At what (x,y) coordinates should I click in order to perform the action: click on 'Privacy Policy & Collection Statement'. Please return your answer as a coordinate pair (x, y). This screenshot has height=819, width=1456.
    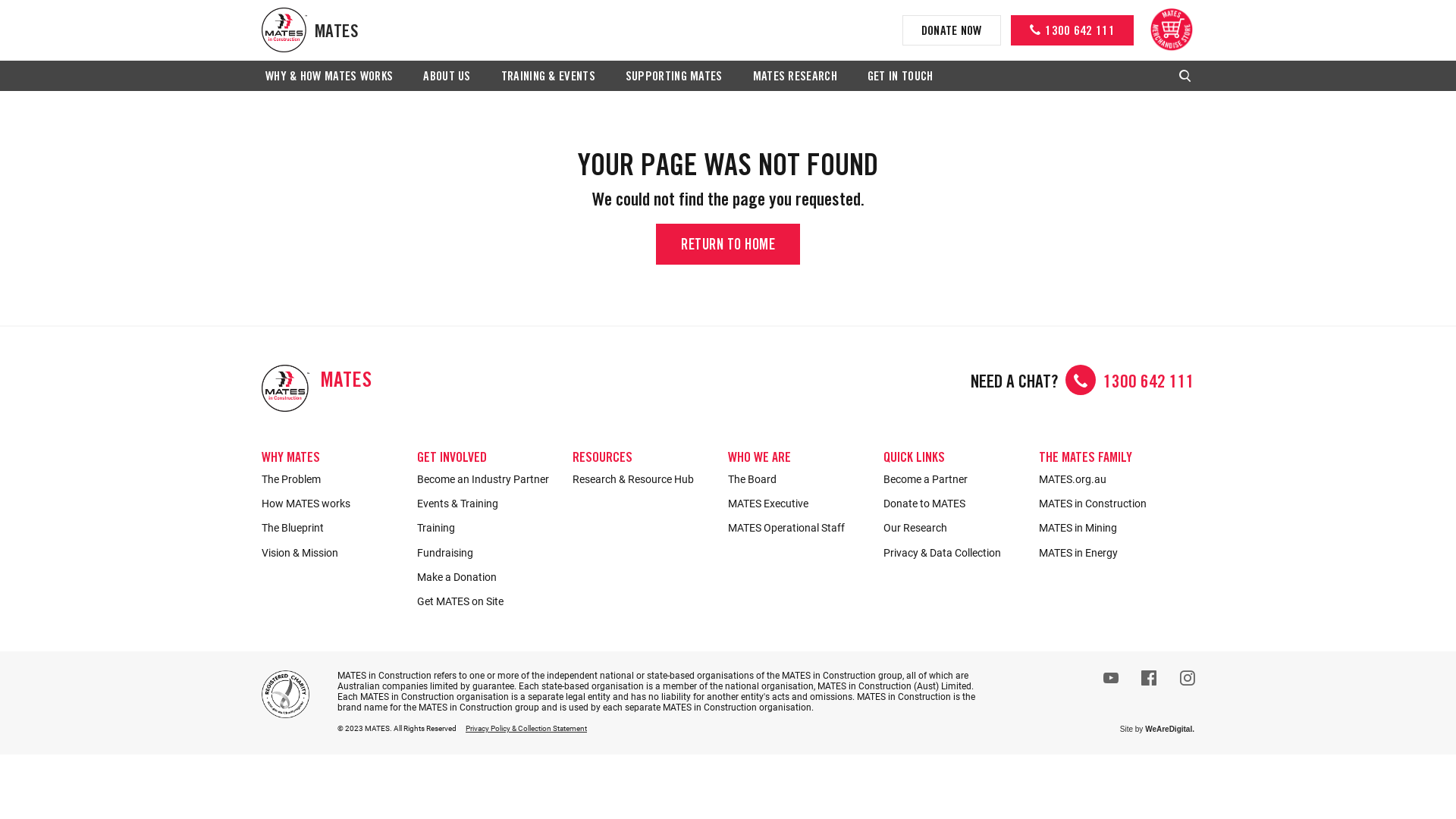
    Looking at the image, I should click on (526, 727).